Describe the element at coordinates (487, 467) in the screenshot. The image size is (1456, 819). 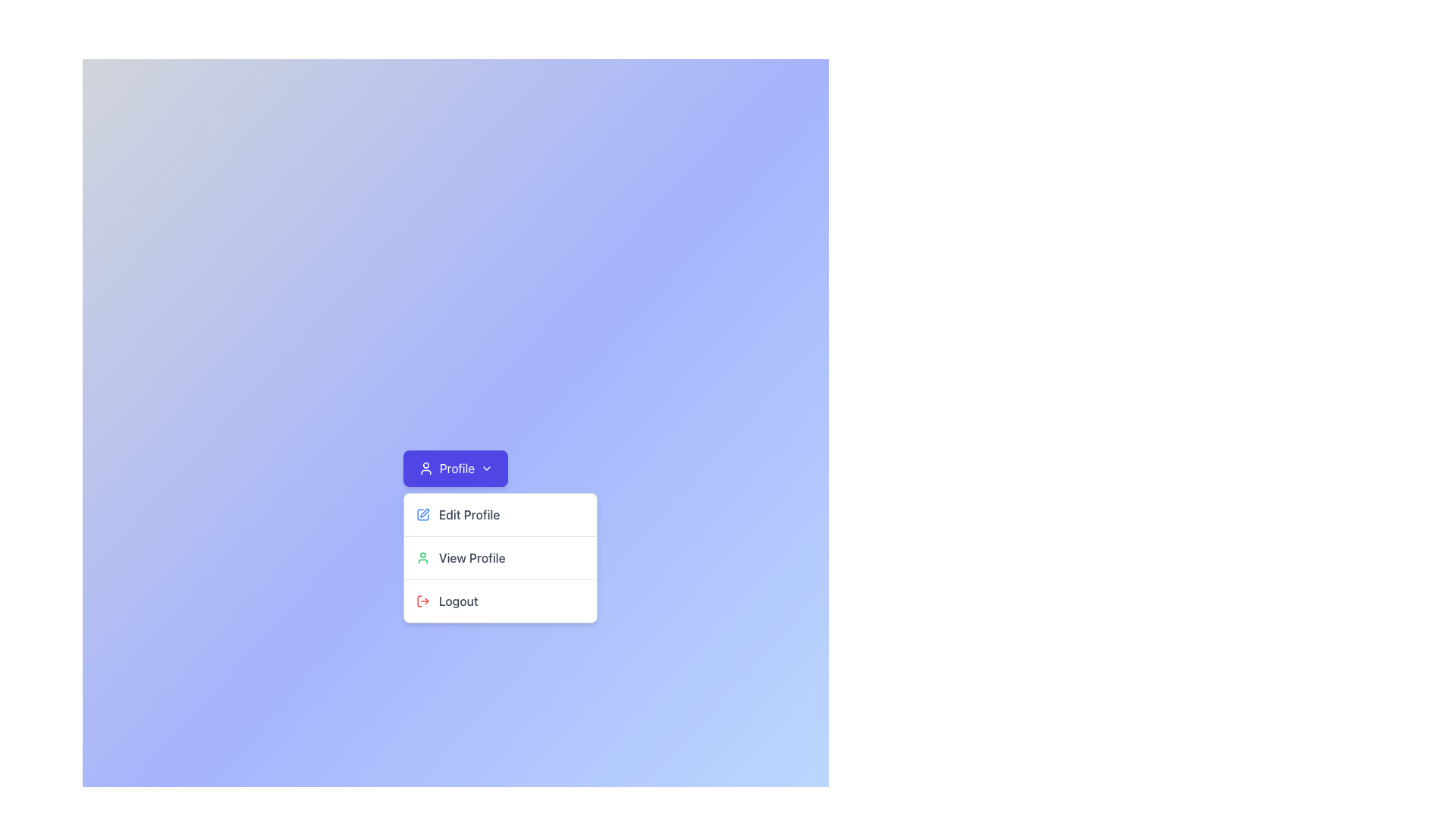
I see `the downward-pointing chevron icon next to the 'Profile' button` at that location.